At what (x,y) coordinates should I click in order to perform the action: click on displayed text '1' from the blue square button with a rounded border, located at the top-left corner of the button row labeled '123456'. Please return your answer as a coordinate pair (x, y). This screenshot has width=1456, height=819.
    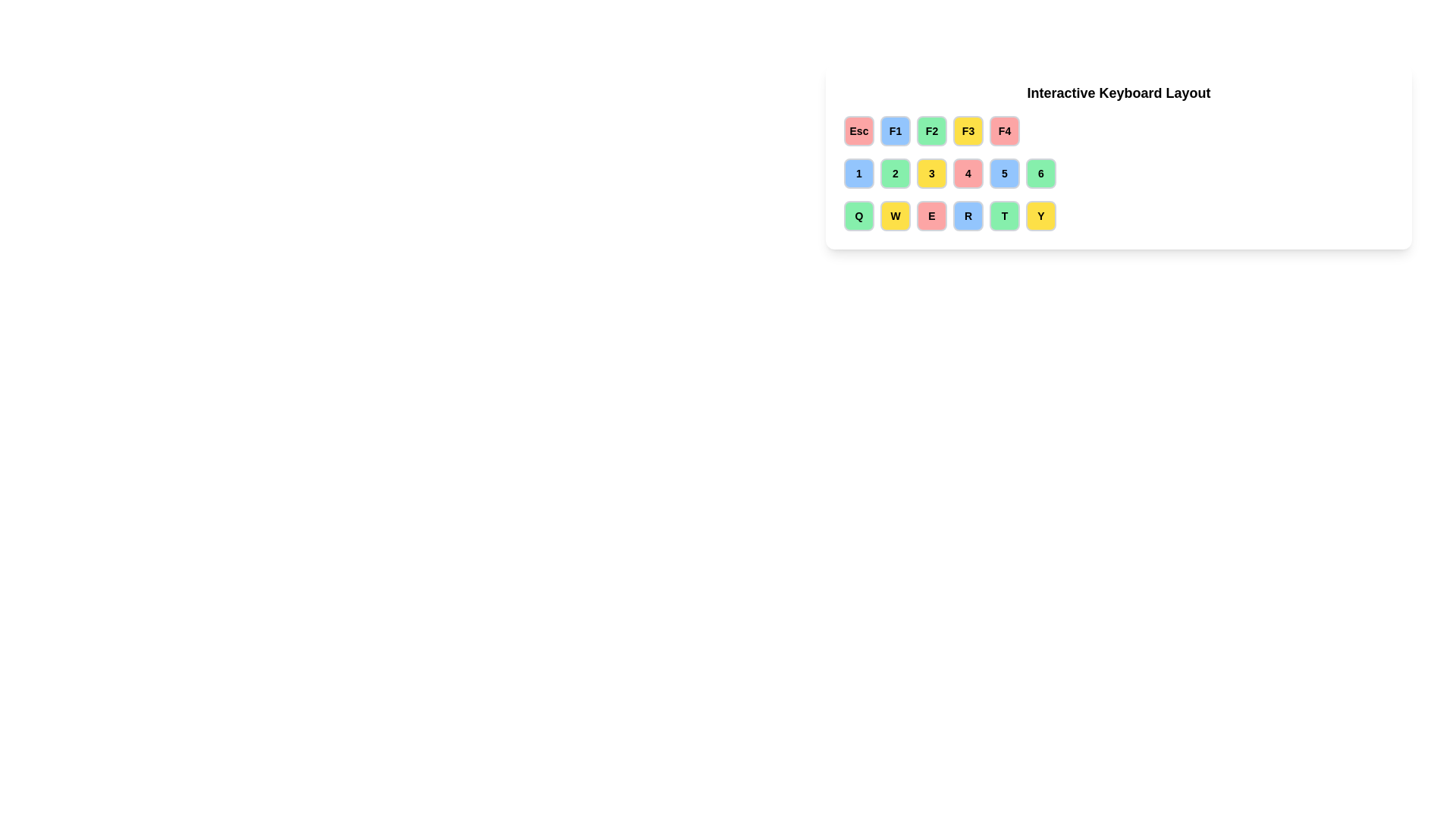
    Looking at the image, I should click on (858, 172).